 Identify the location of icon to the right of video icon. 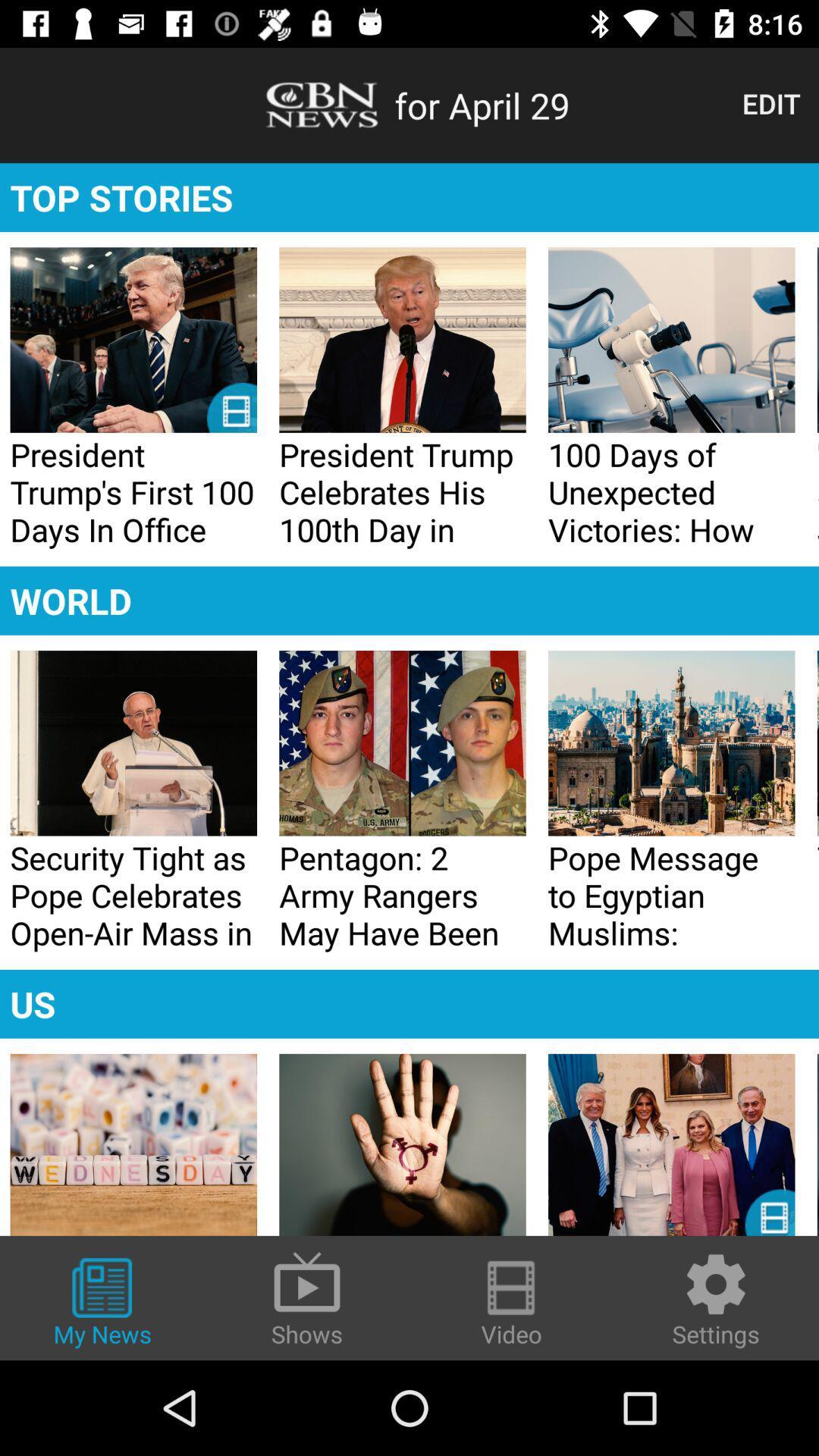
(716, 1298).